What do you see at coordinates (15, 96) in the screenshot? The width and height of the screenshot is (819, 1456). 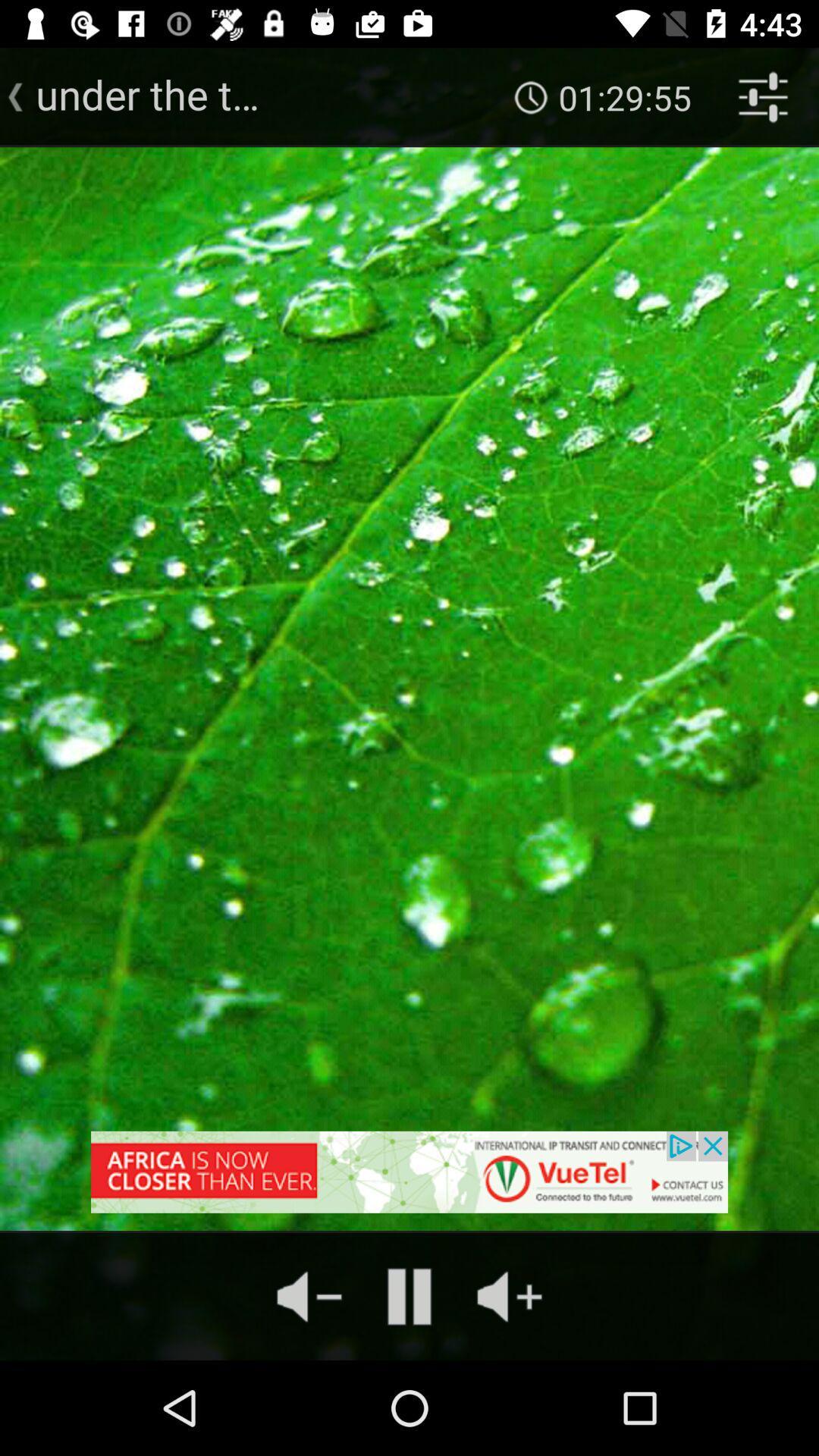 I see `the arrow_backward icon` at bounding box center [15, 96].